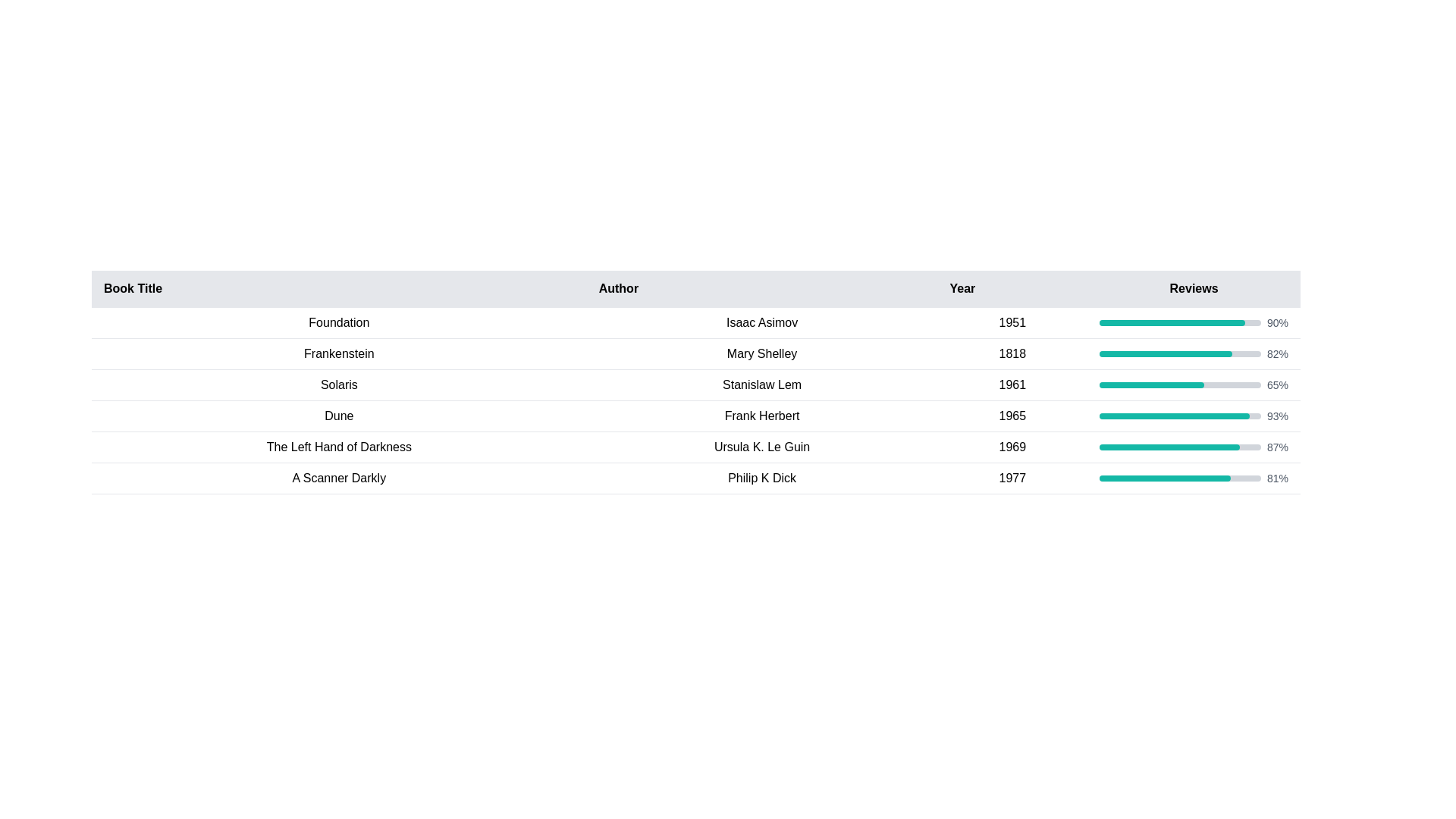  I want to click on the text label that displays the publication year of the book 'Solaris', which is the third item in the row under the 'Year' column, so click(1012, 384).